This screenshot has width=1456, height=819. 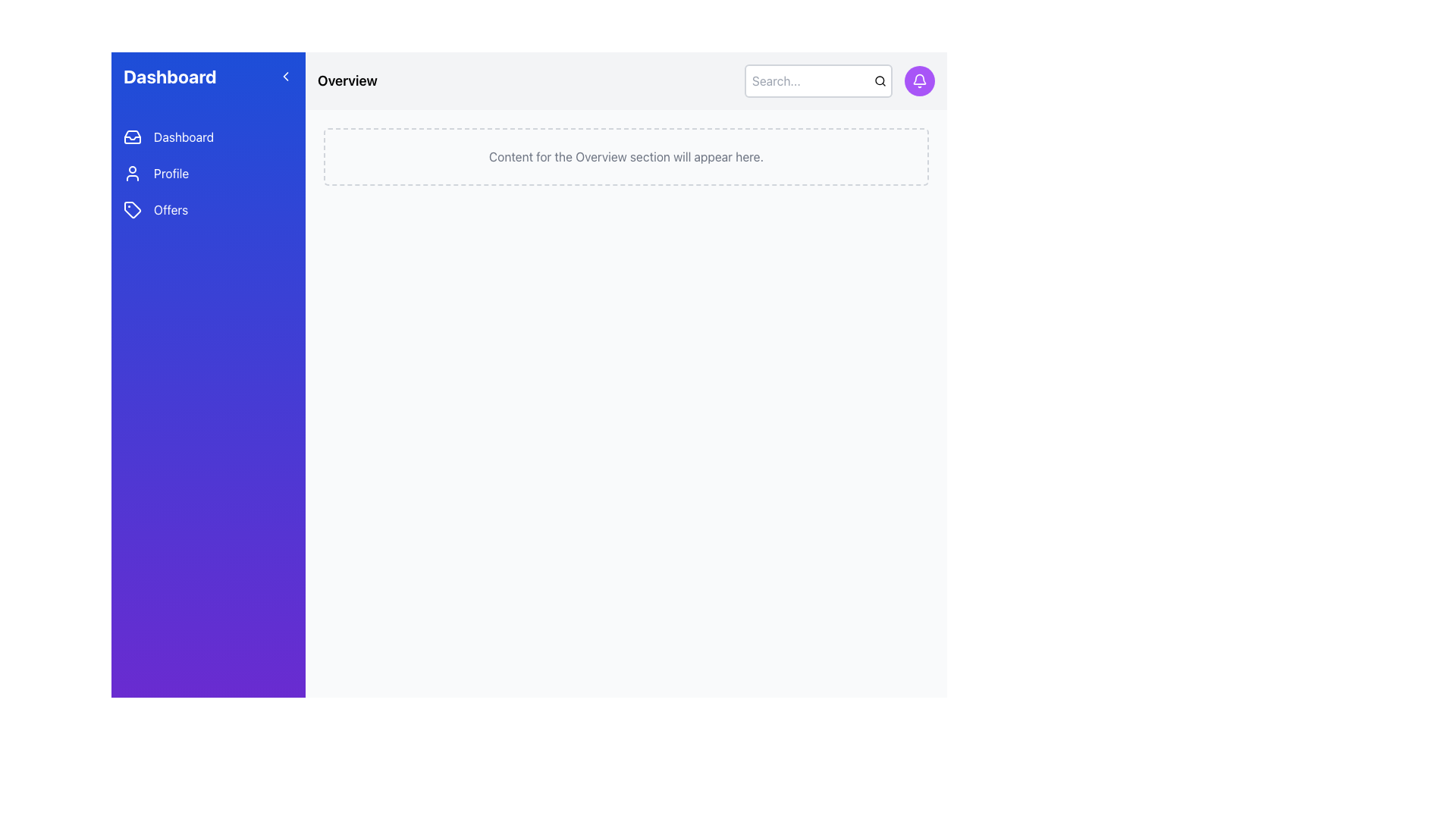 What do you see at coordinates (919, 81) in the screenshot?
I see `the notification bell icon, which is an outline-style drawing inside a circular purple background located at the top-right corner of the interface` at bounding box center [919, 81].